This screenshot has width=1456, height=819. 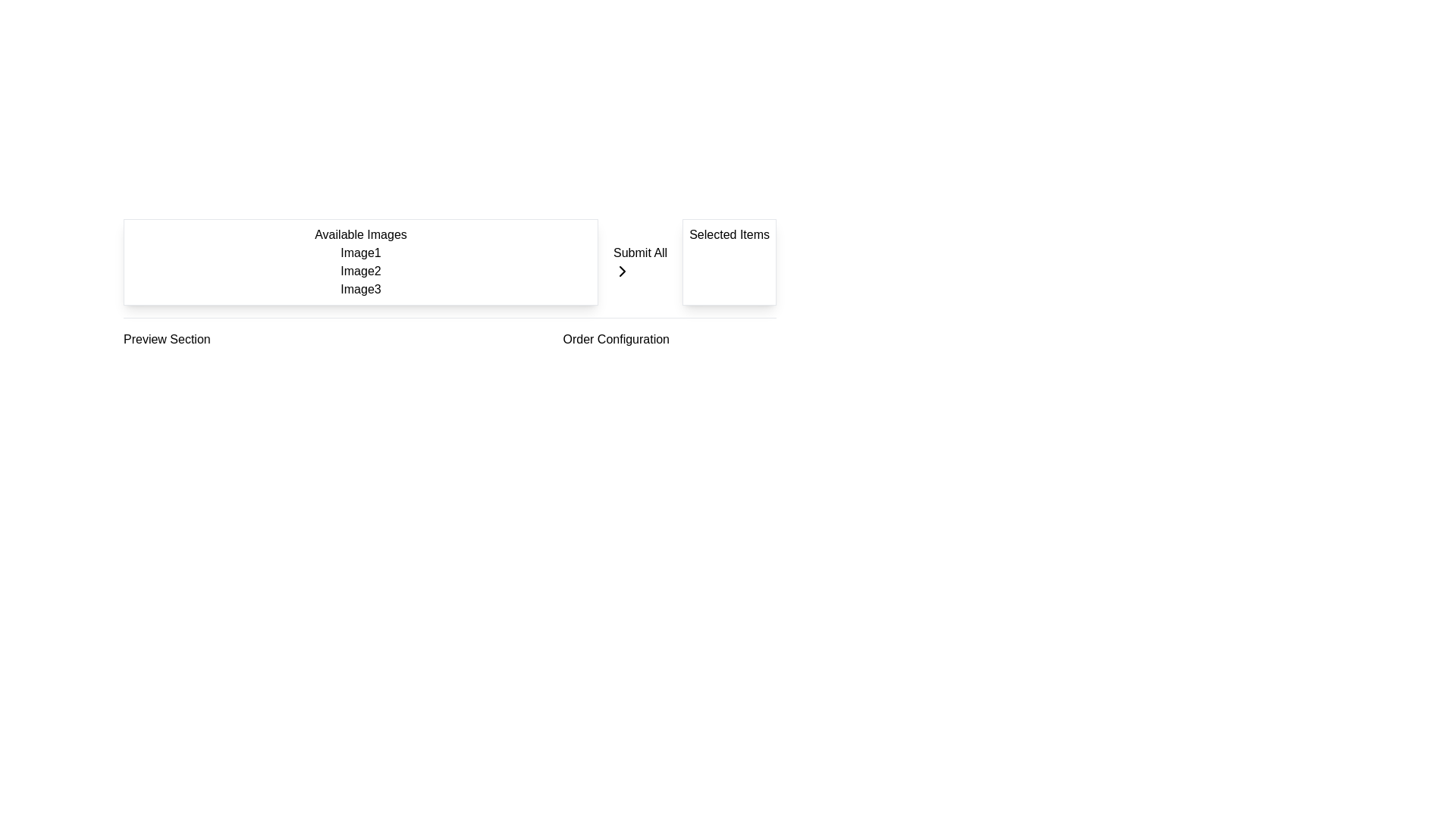 I want to click on the image named Image2 in the 'Available Images' list, so click(x=359, y=271).